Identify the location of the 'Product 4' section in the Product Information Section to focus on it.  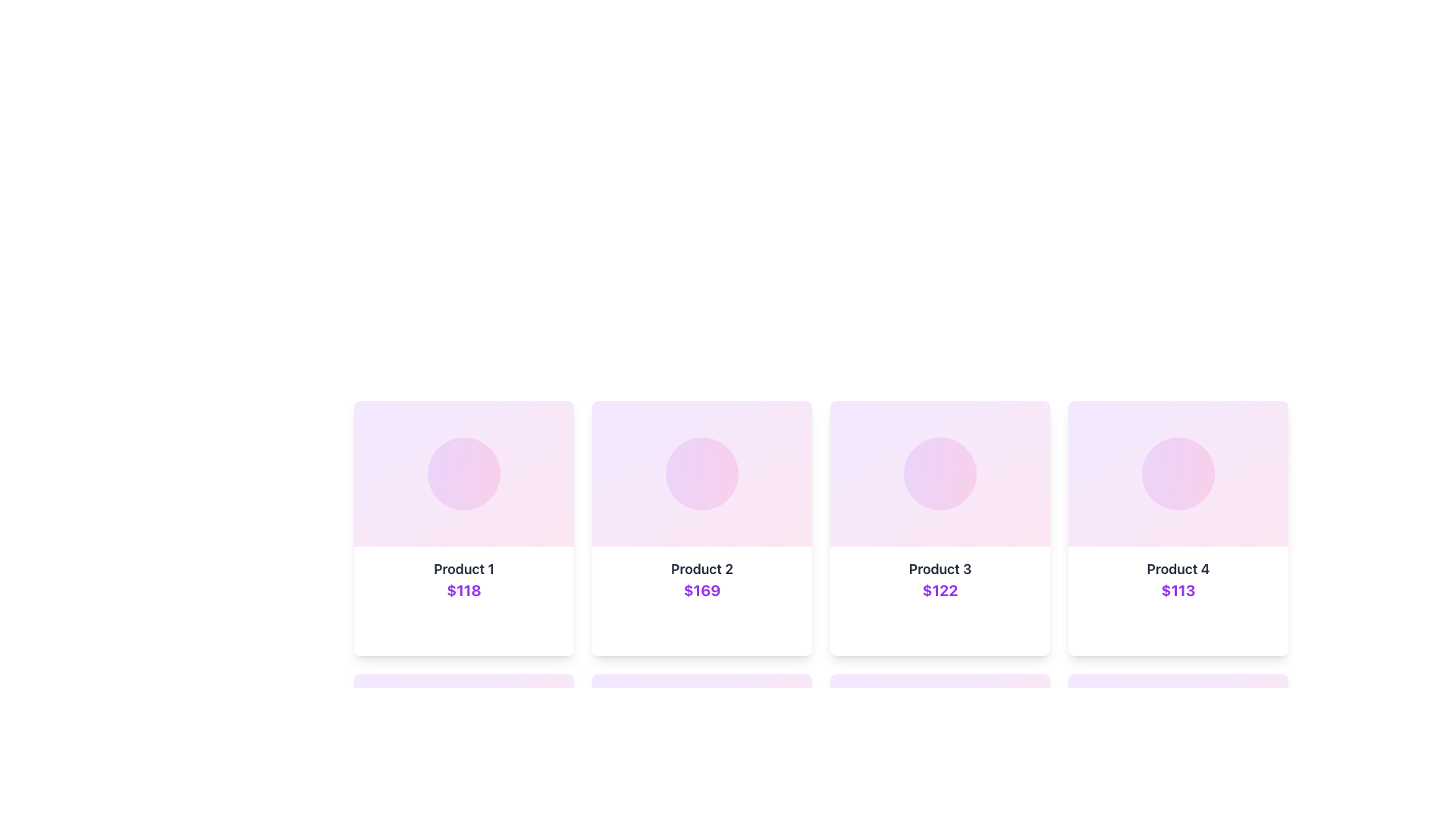
(1178, 601).